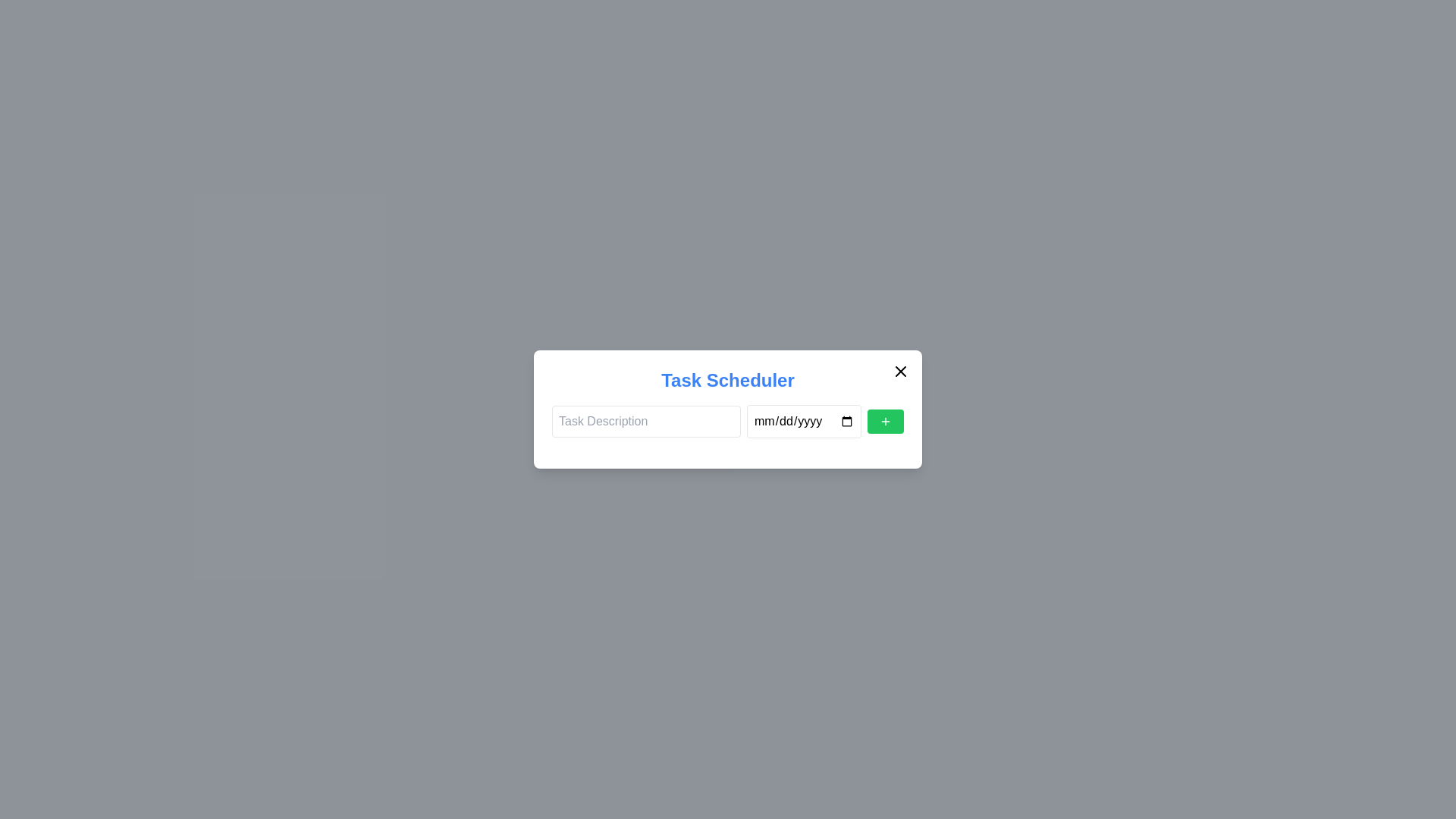  I want to click on the Icon button located in the bottom right corner of the 'Task Scheduler' modal, so click(885, 421).